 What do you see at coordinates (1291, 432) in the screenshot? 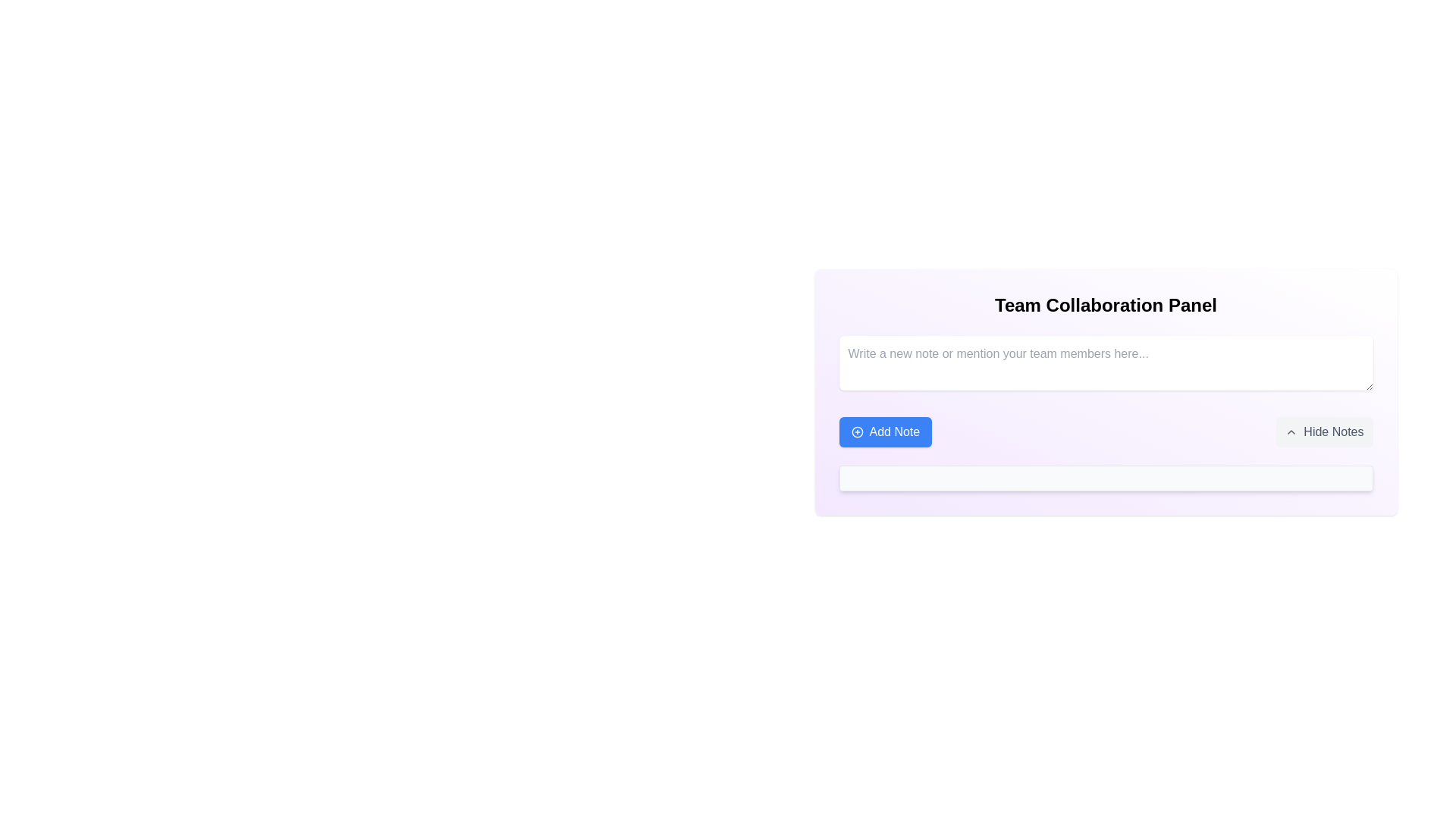
I see `the upward action icon that is part of the 'Hide Notes' button, located on the left side of the button` at bounding box center [1291, 432].